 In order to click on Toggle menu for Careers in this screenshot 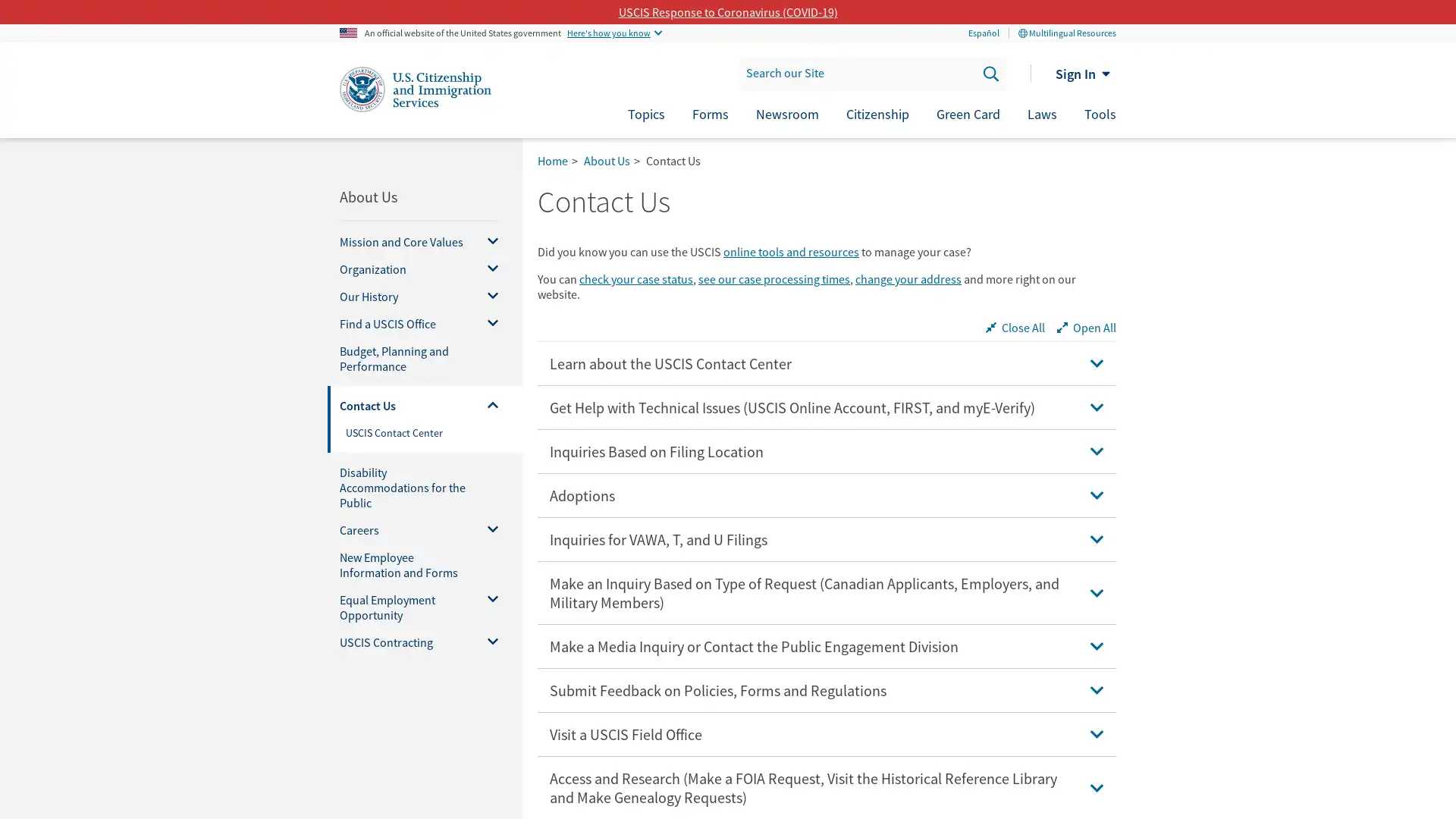, I will do `click(487, 529)`.